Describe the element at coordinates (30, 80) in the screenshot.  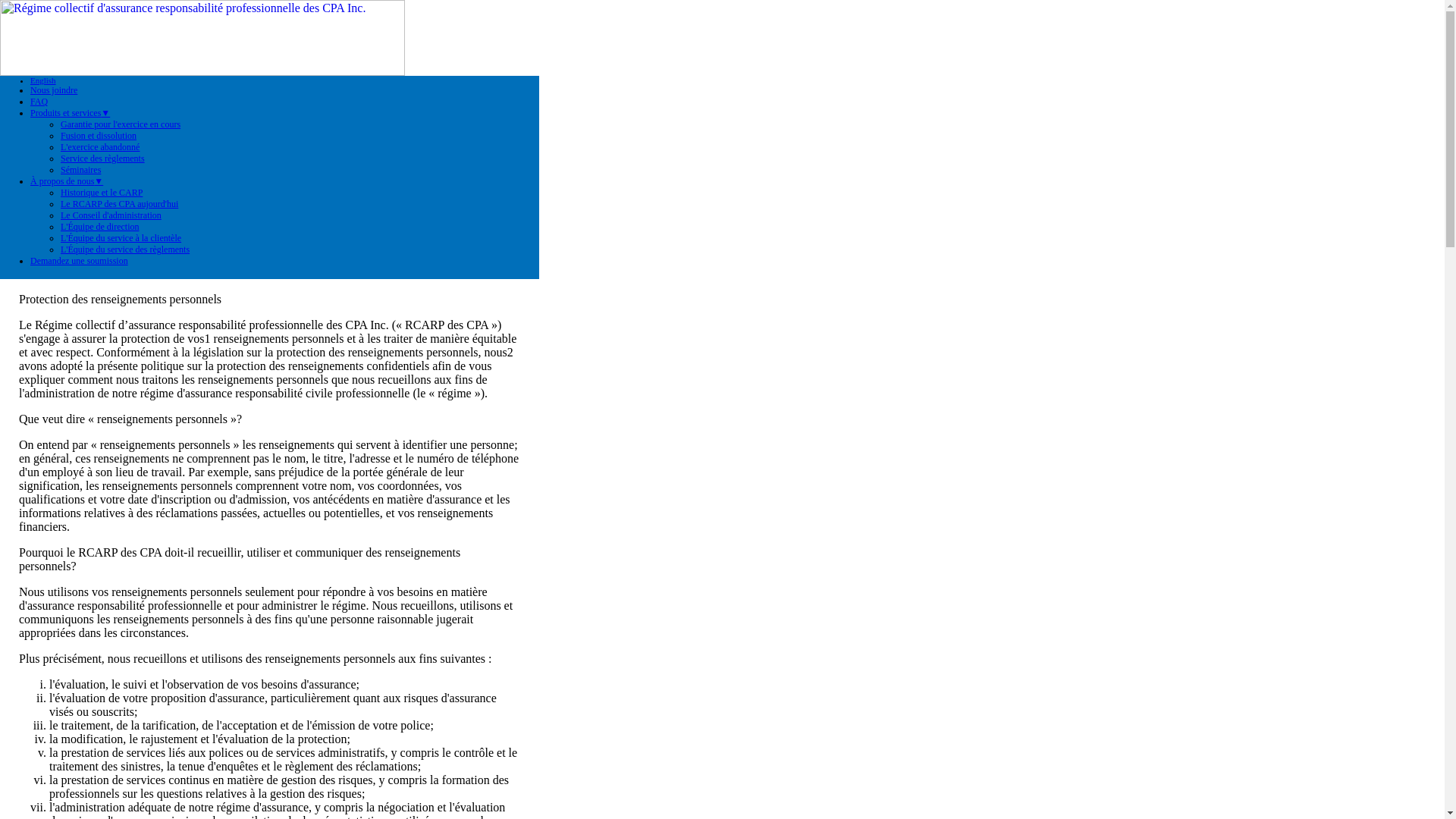
I see `'English'` at that location.